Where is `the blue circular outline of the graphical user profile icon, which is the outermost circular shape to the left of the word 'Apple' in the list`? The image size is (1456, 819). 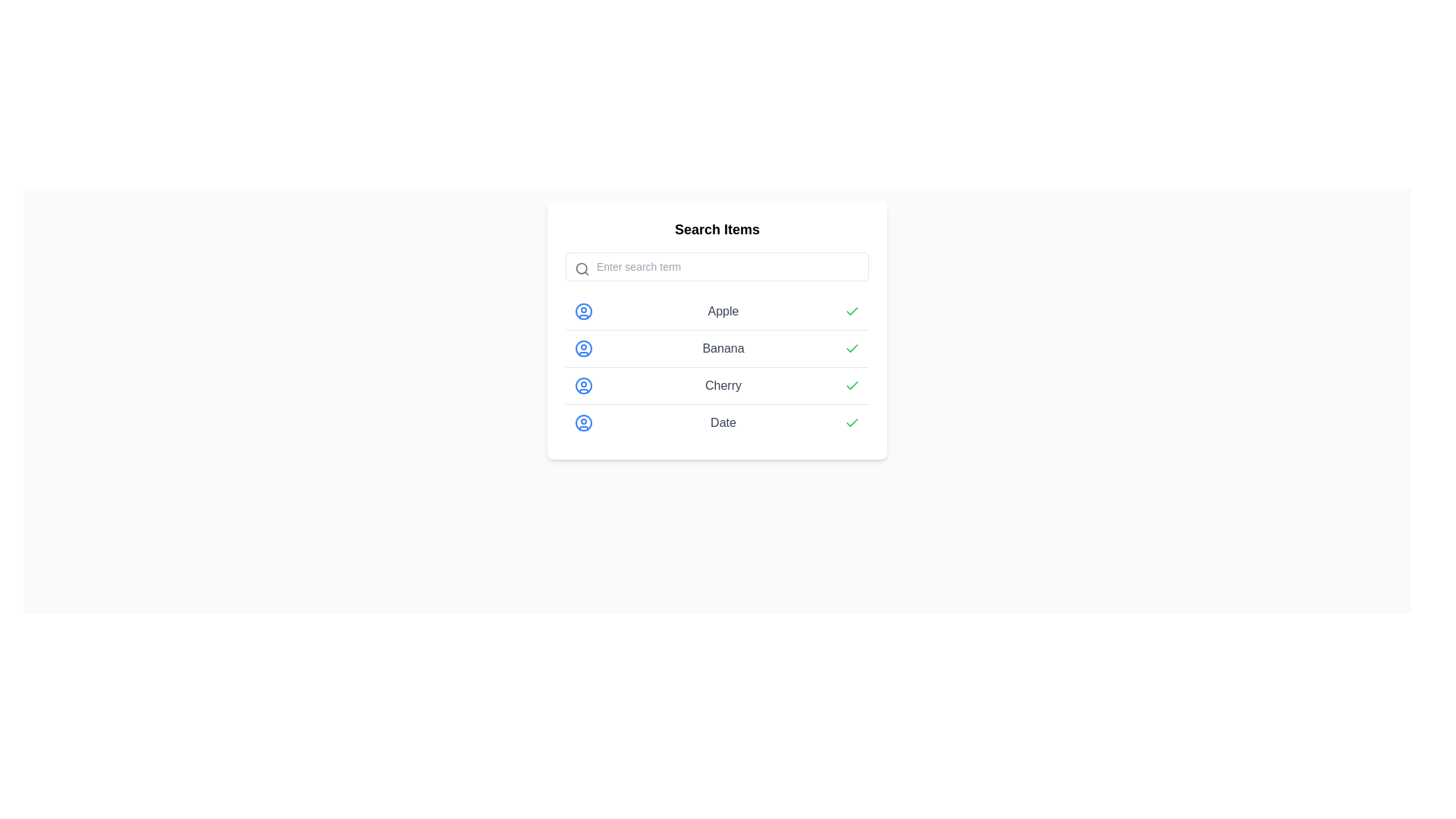
the blue circular outline of the graphical user profile icon, which is the outermost circular shape to the left of the word 'Apple' in the list is located at coordinates (582, 311).